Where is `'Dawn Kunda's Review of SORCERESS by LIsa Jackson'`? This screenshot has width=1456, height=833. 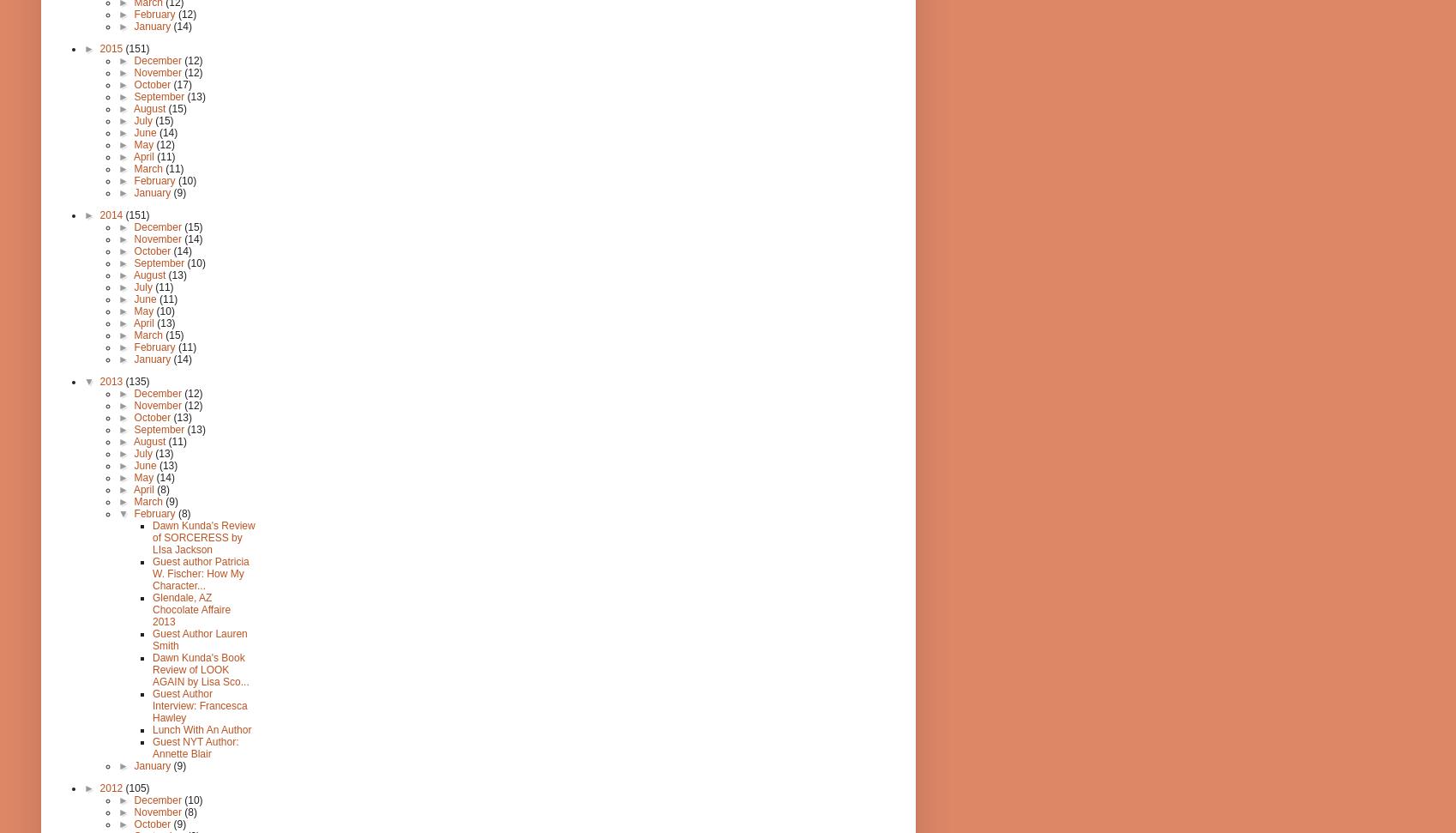 'Dawn Kunda's Review of SORCERESS by LIsa Jackson' is located at coordinates (152, 536).